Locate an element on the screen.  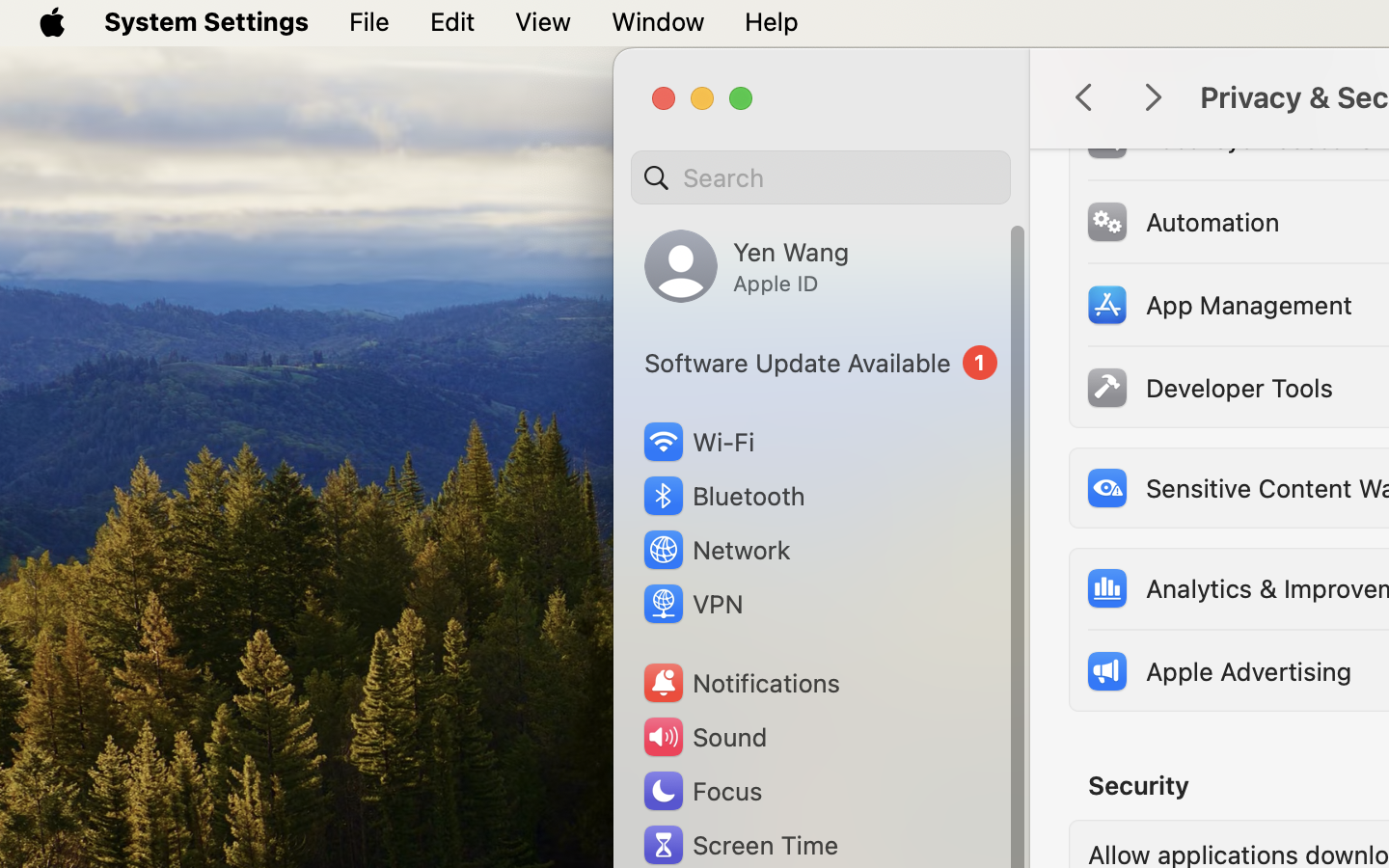
'Screen Time' is located at coordinates (738, 844).